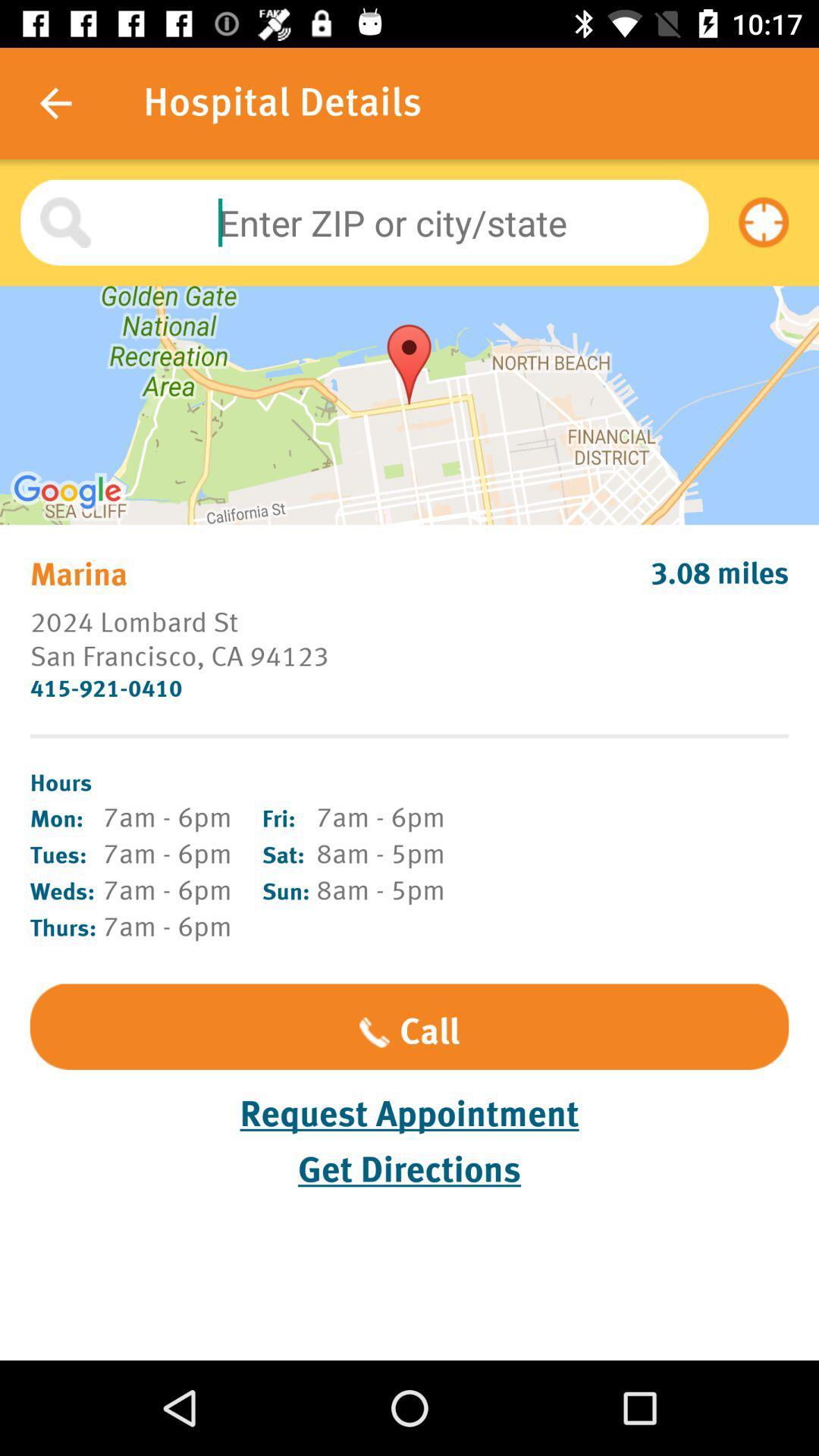  I want to click on request appointment item, so click(409, 1114).